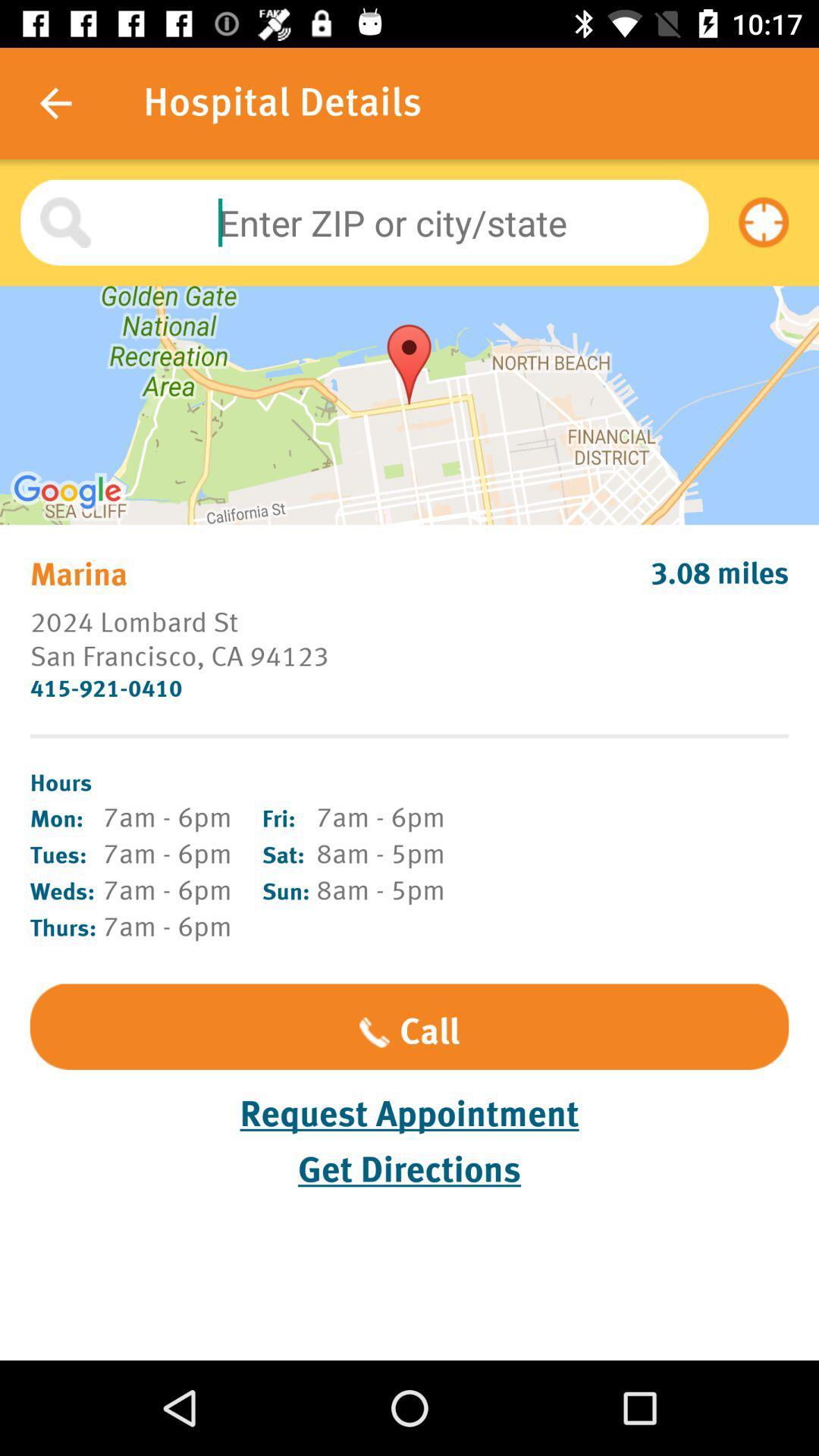  I want to click on request appointment item, so click(409, 1114).